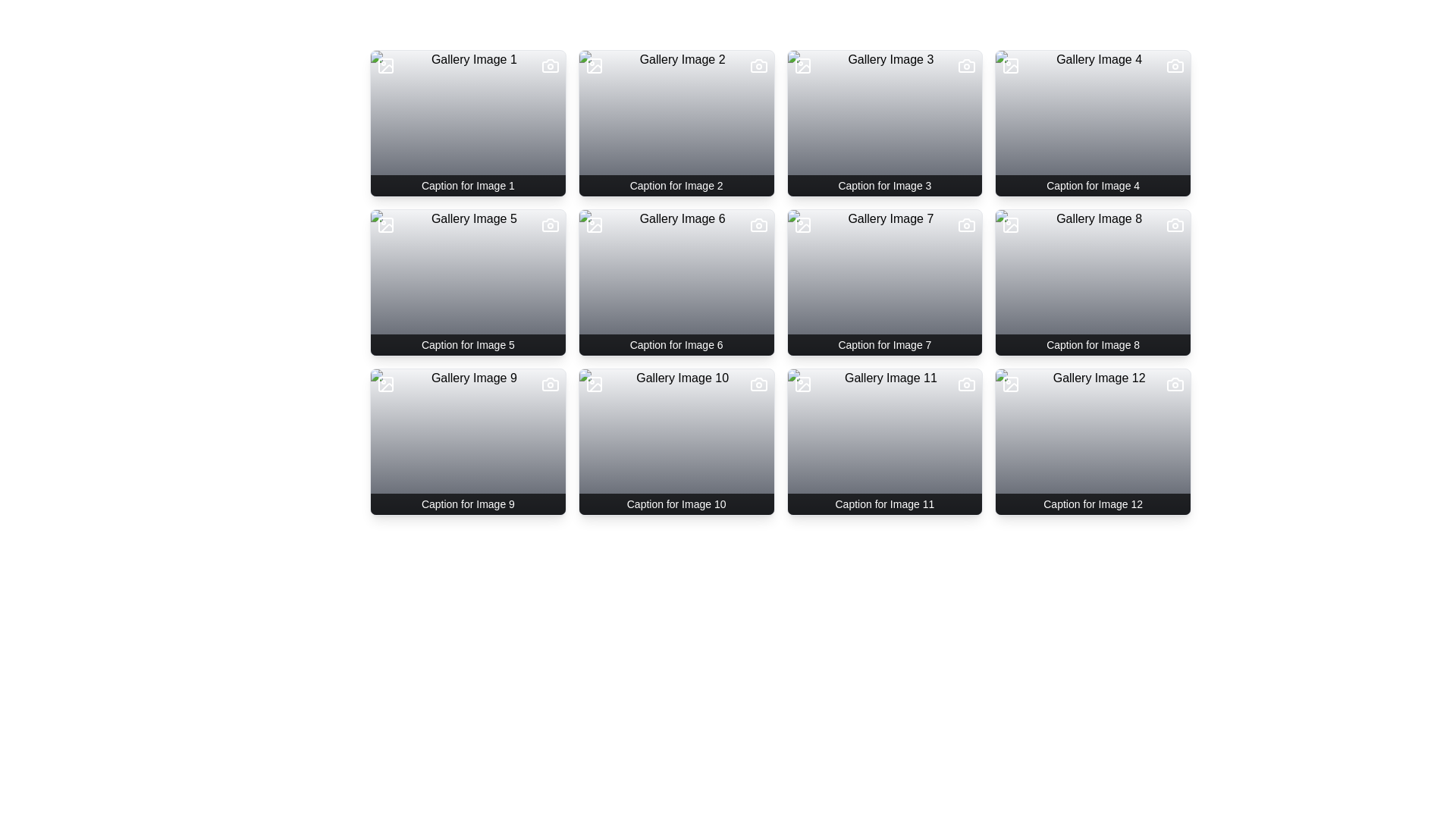 The image size is (1456, 819). What do you see at coordinates (1093, 504) in the screenshot?
I see `text from the descriptive caption located at the bottom of the 'Gallery Image 12' card in the last column of the fourth row` at bounding box center [1093, 504].